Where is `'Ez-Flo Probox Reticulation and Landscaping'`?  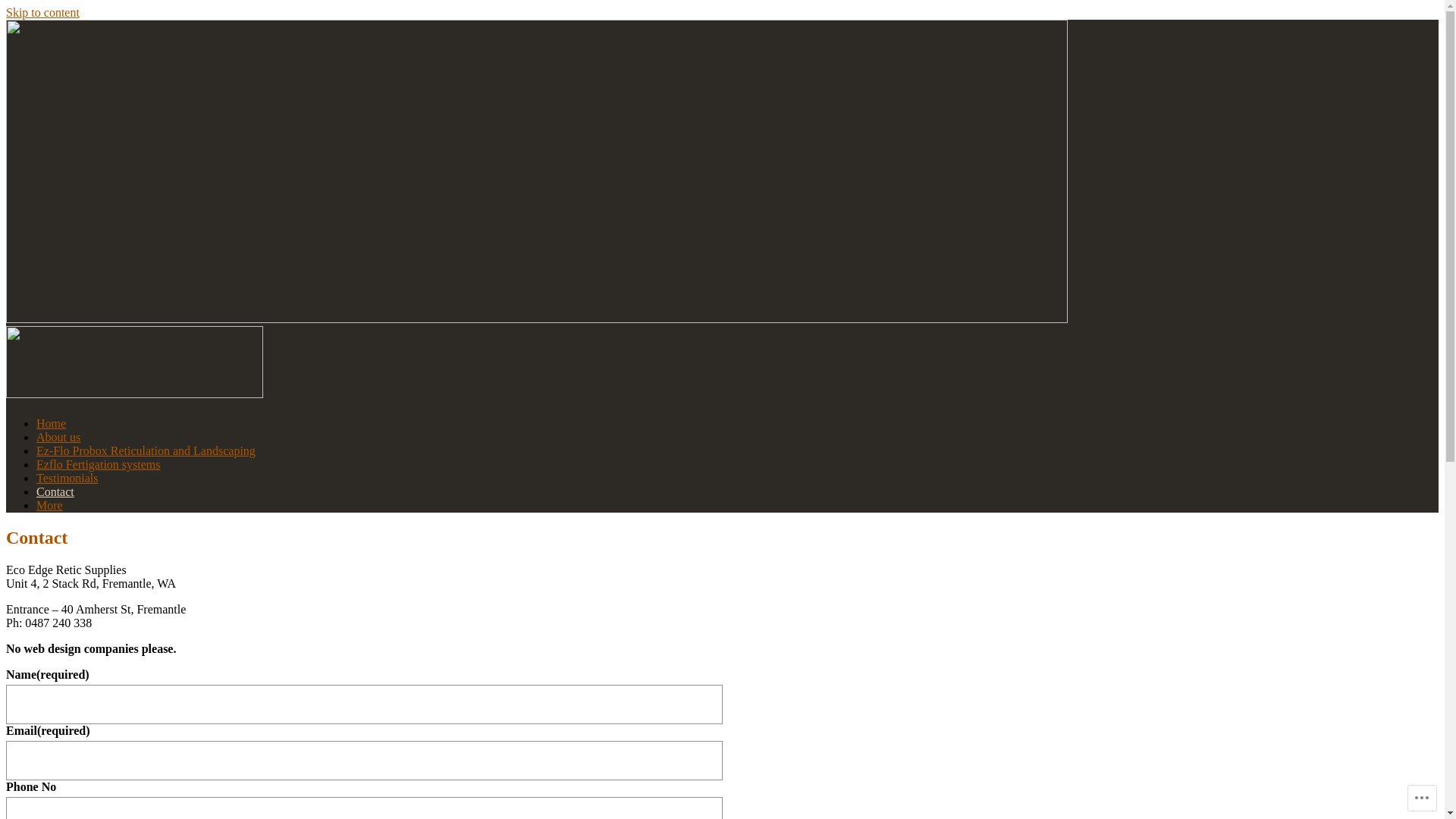
'Ez-Flo Probox Reticulation and Landscaping' is located at coordinates (146, 450).